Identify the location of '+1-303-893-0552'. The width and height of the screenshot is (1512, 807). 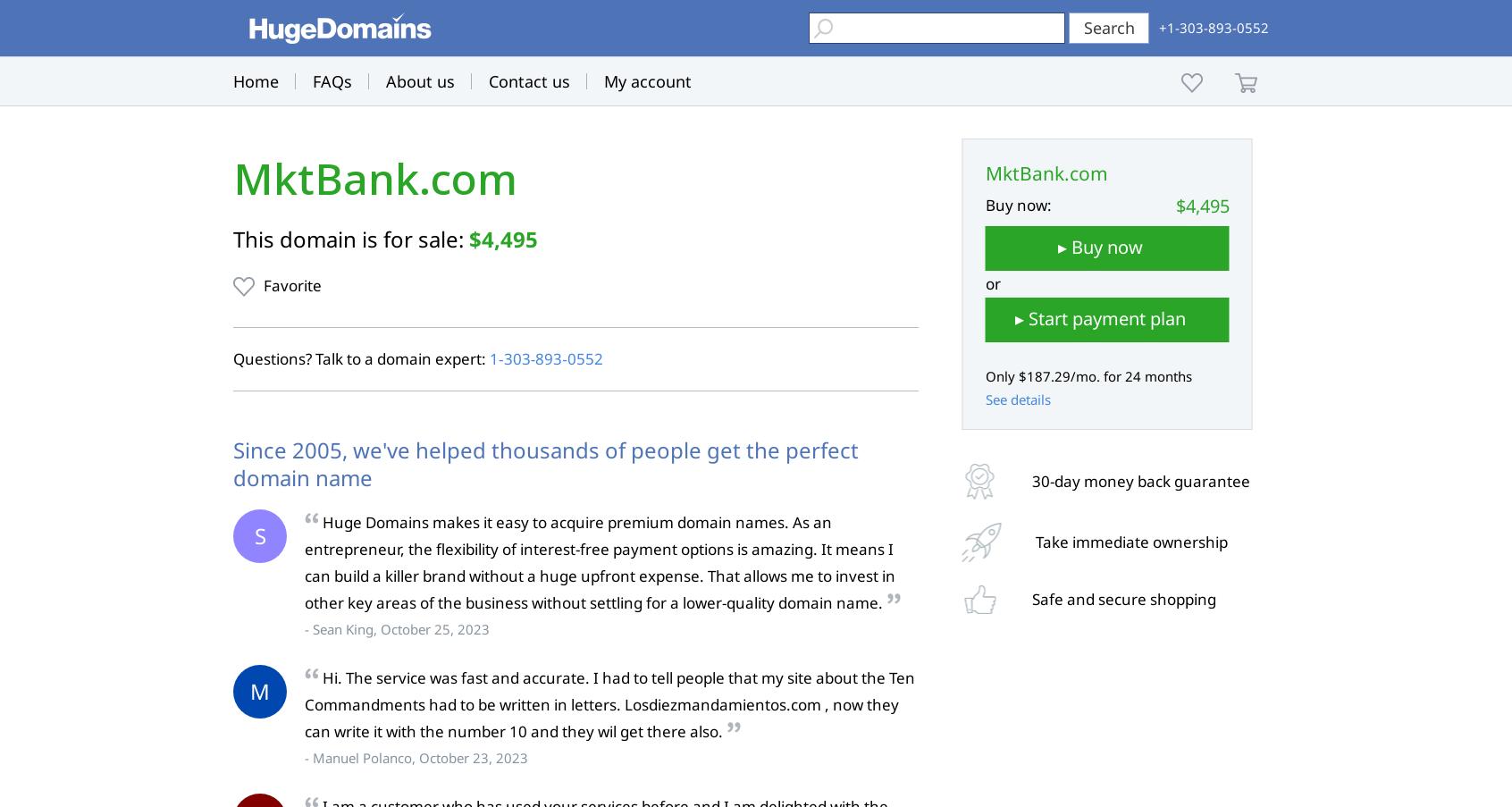
(1157, 26).